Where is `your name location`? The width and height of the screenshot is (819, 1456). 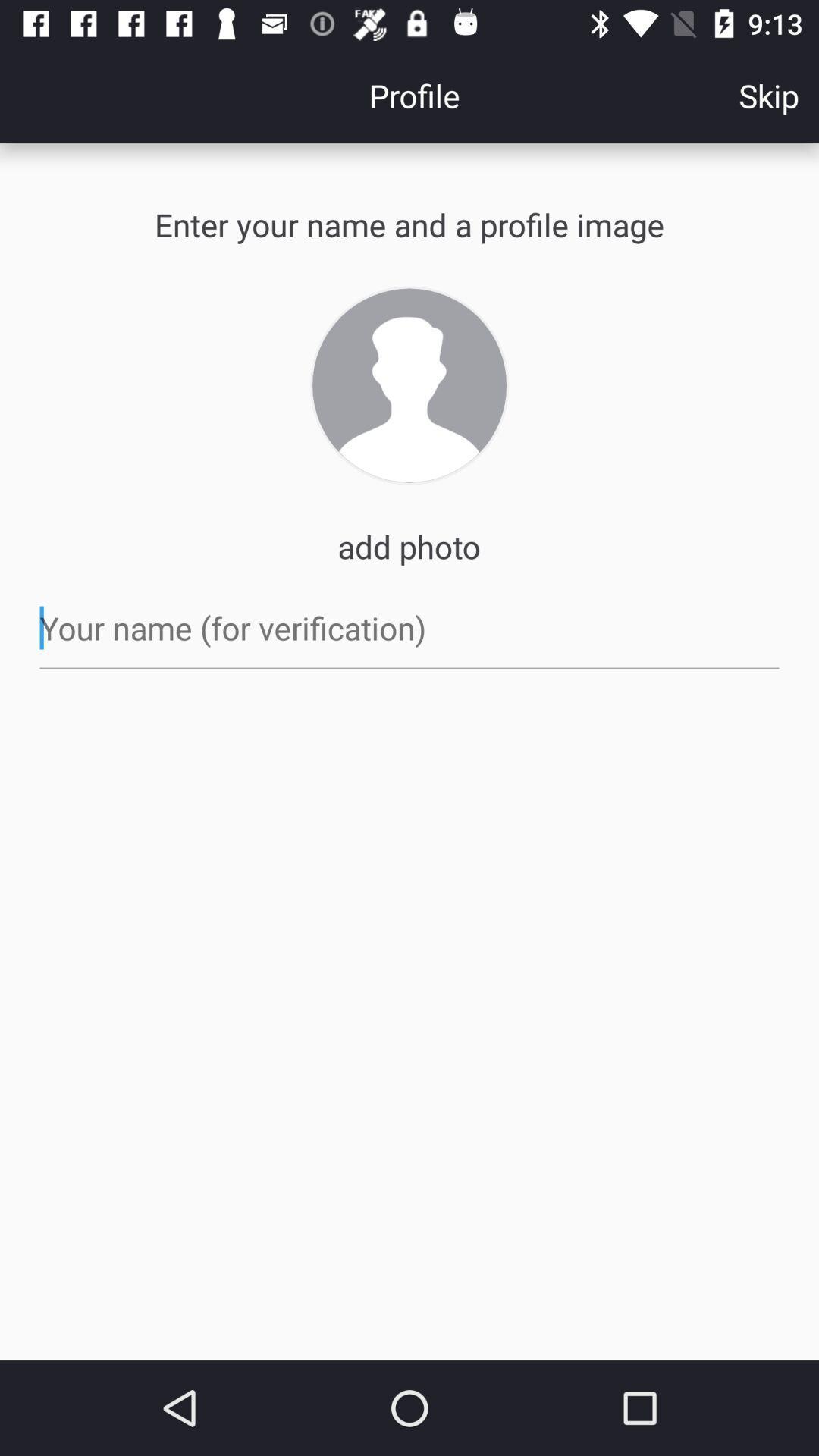
your name location is located at coordinates (409, 628).